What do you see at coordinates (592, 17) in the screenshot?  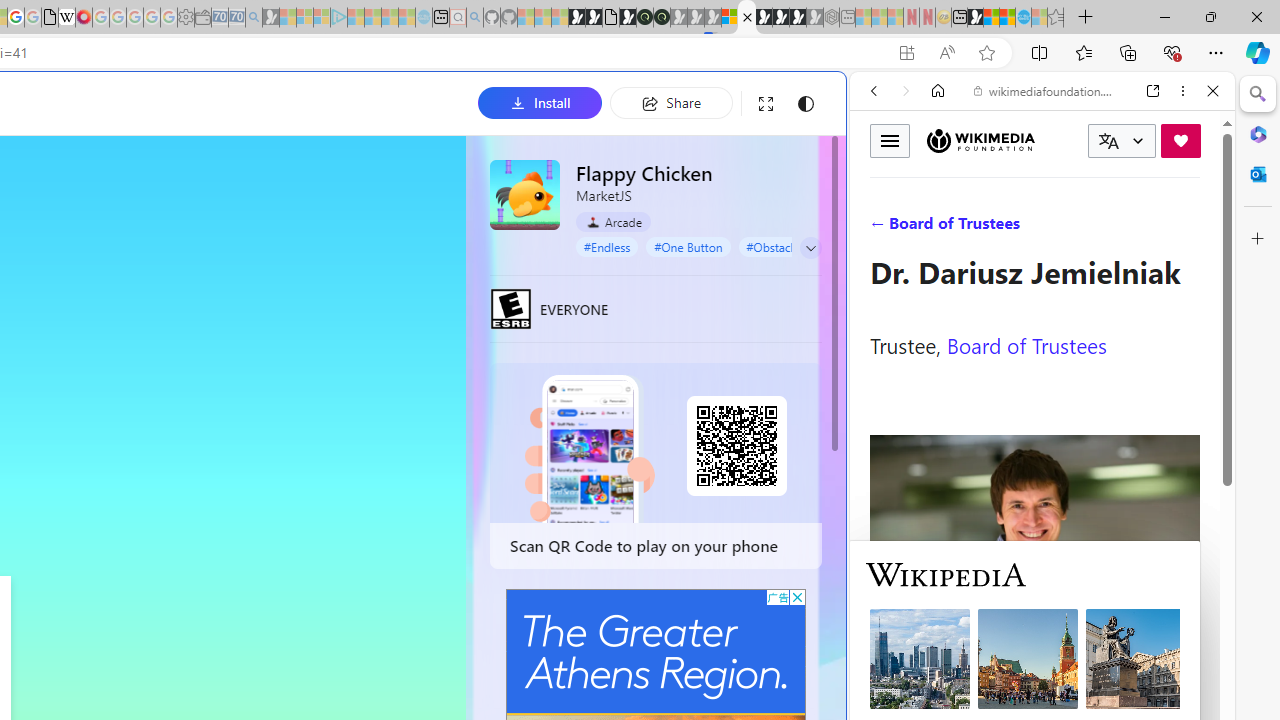 I see `'Play Zoo Boom in your browser | Games from Microsoft Start'` at bounding box center [592, 17].